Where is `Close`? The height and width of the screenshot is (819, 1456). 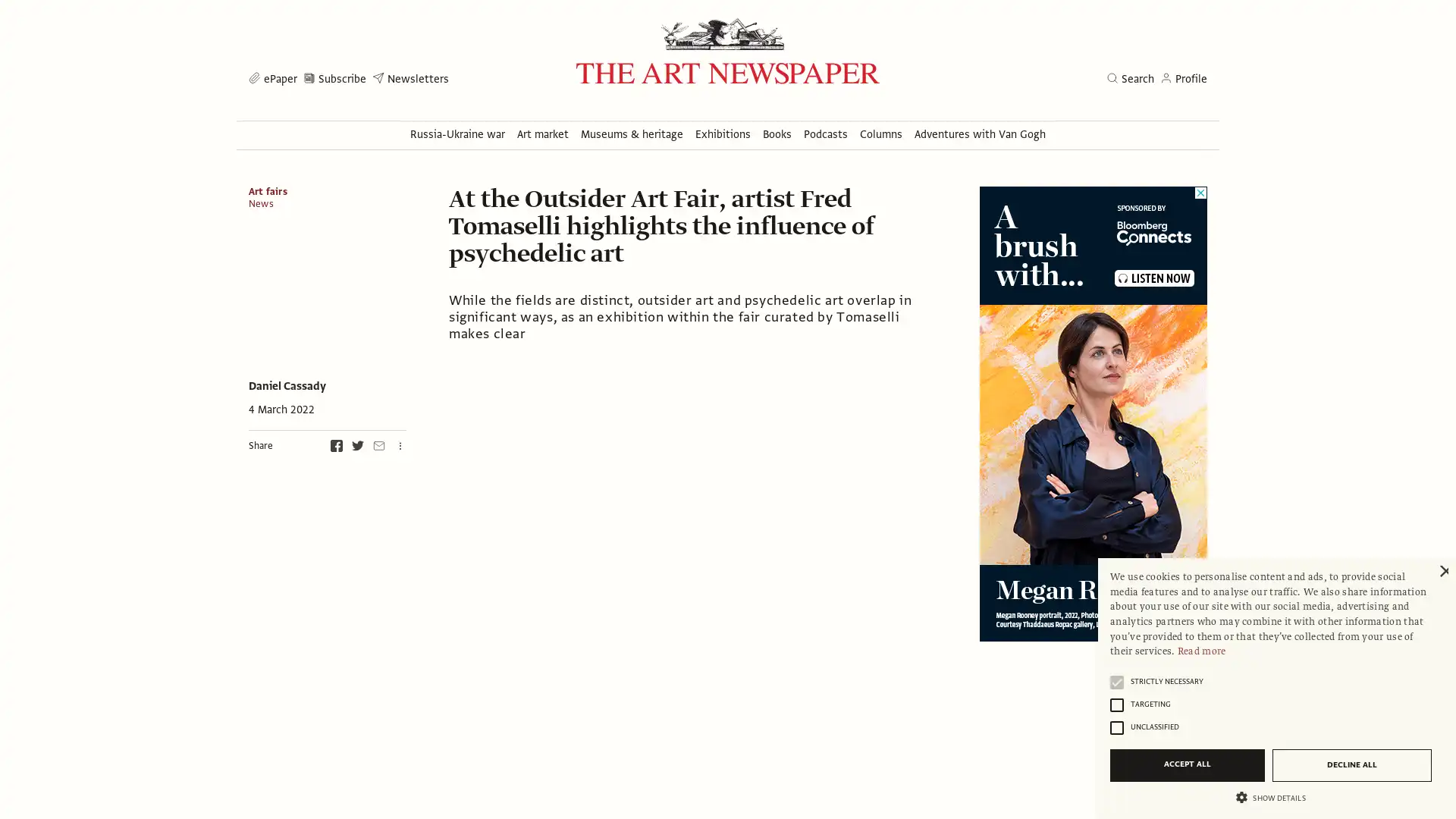
Close is located at coordinates (1442, 571).